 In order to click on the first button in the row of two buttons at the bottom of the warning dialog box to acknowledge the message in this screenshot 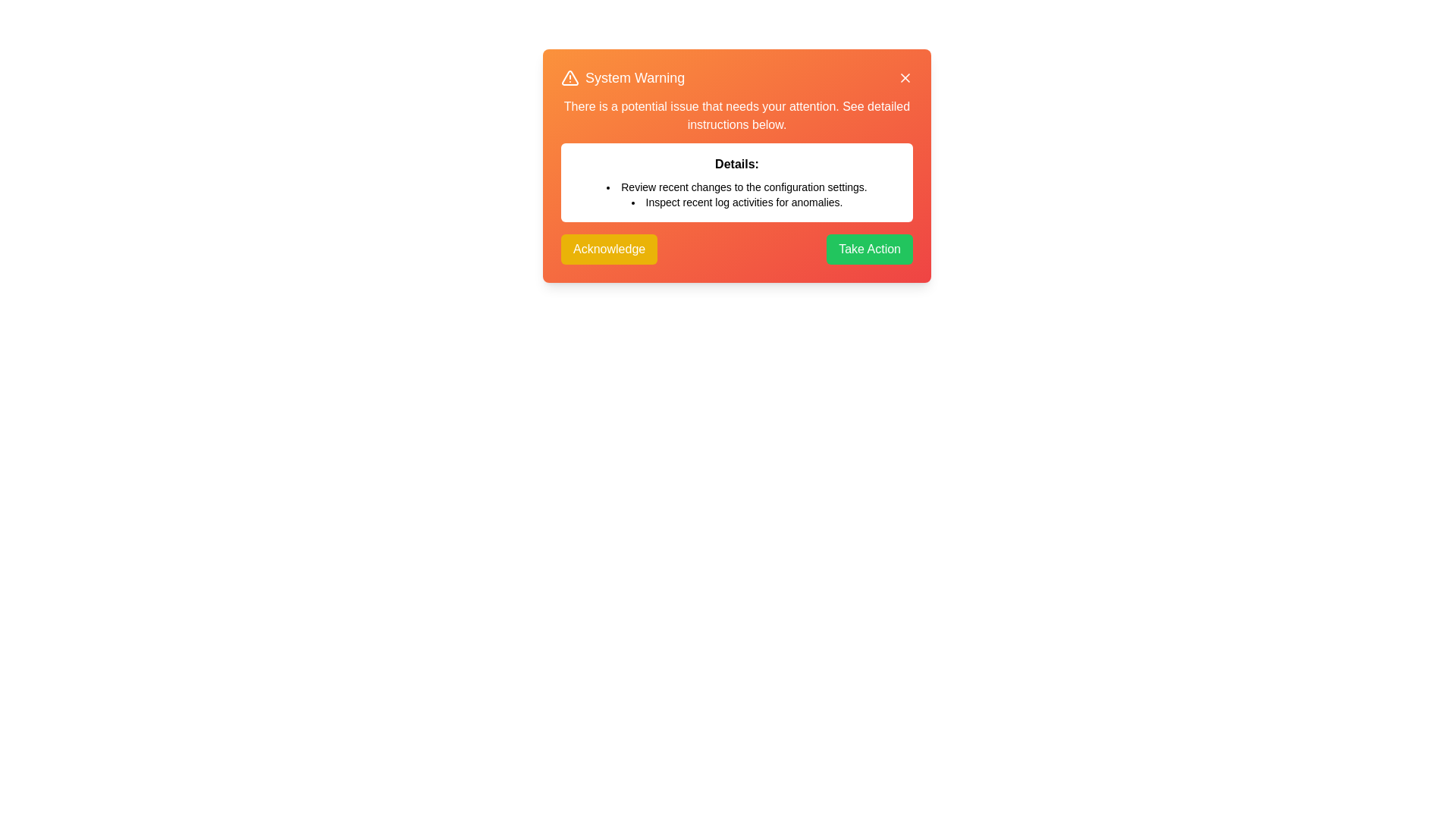, I will do `click(609, 248)`.